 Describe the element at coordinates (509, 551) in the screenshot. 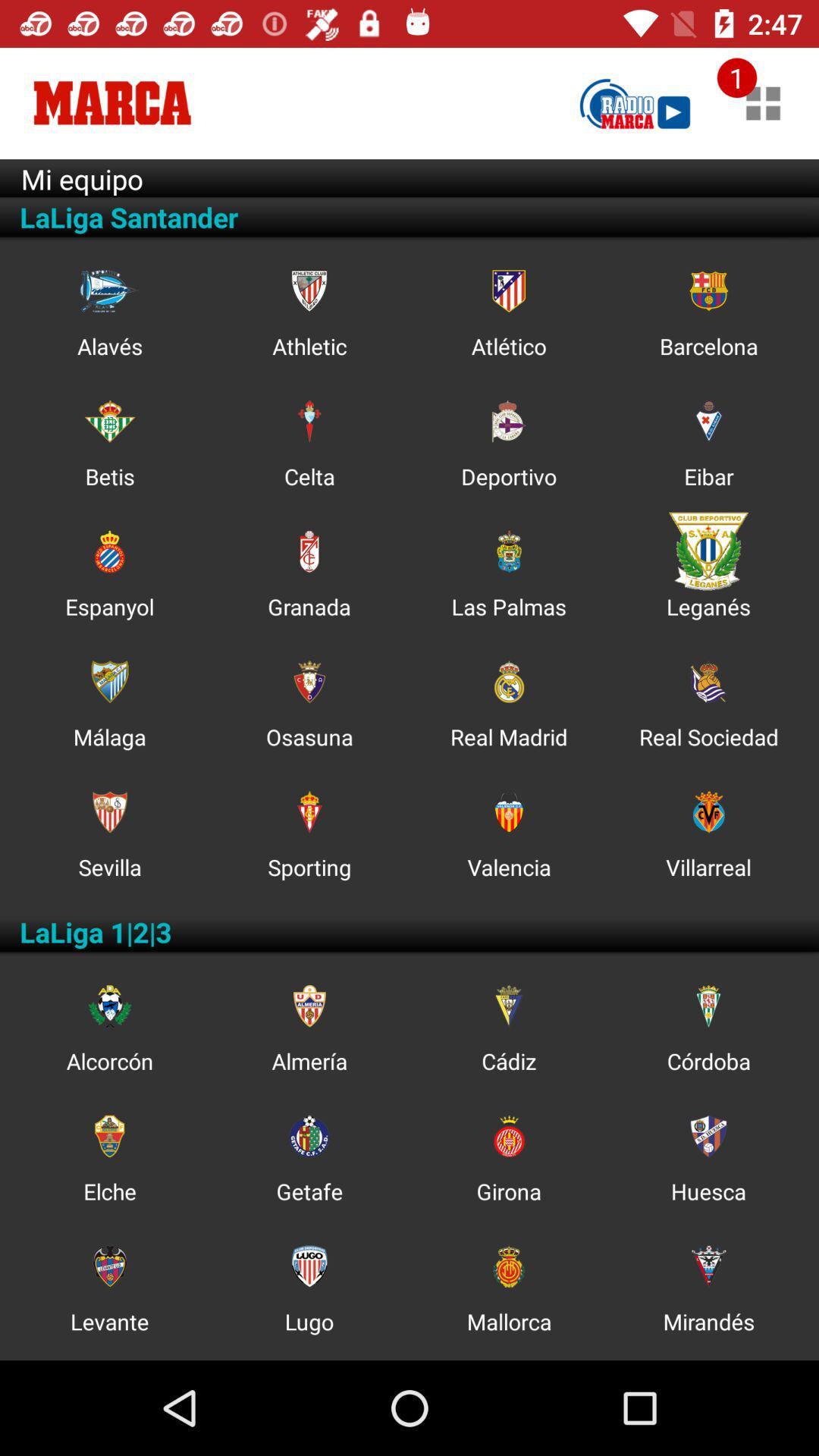

I see `the settings icon` at that location.